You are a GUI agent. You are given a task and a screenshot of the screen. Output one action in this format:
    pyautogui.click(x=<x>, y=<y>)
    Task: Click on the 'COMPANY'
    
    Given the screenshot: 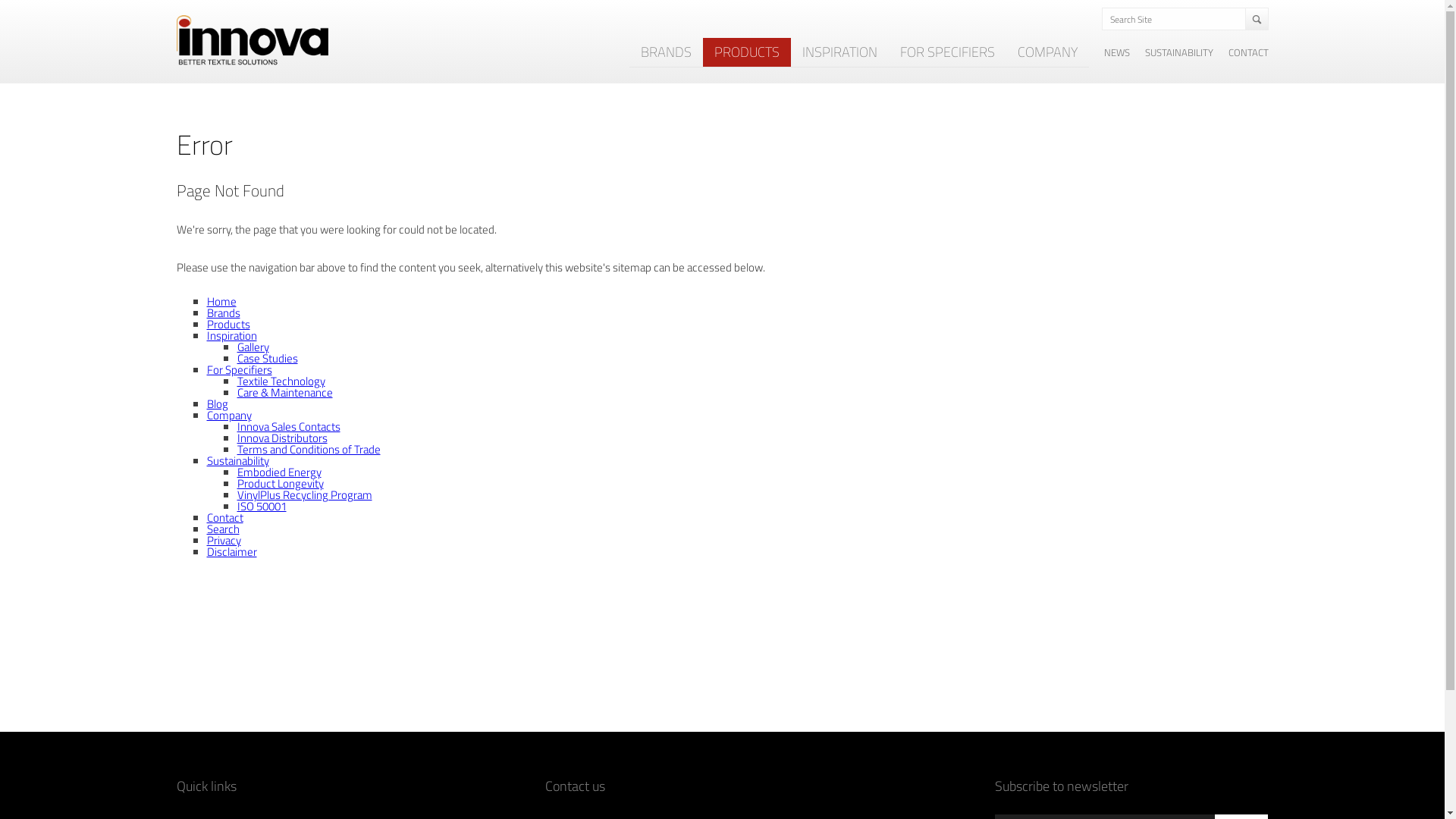 What is the action you would take?
    pyautogui.click(x=1046, y=52)
    